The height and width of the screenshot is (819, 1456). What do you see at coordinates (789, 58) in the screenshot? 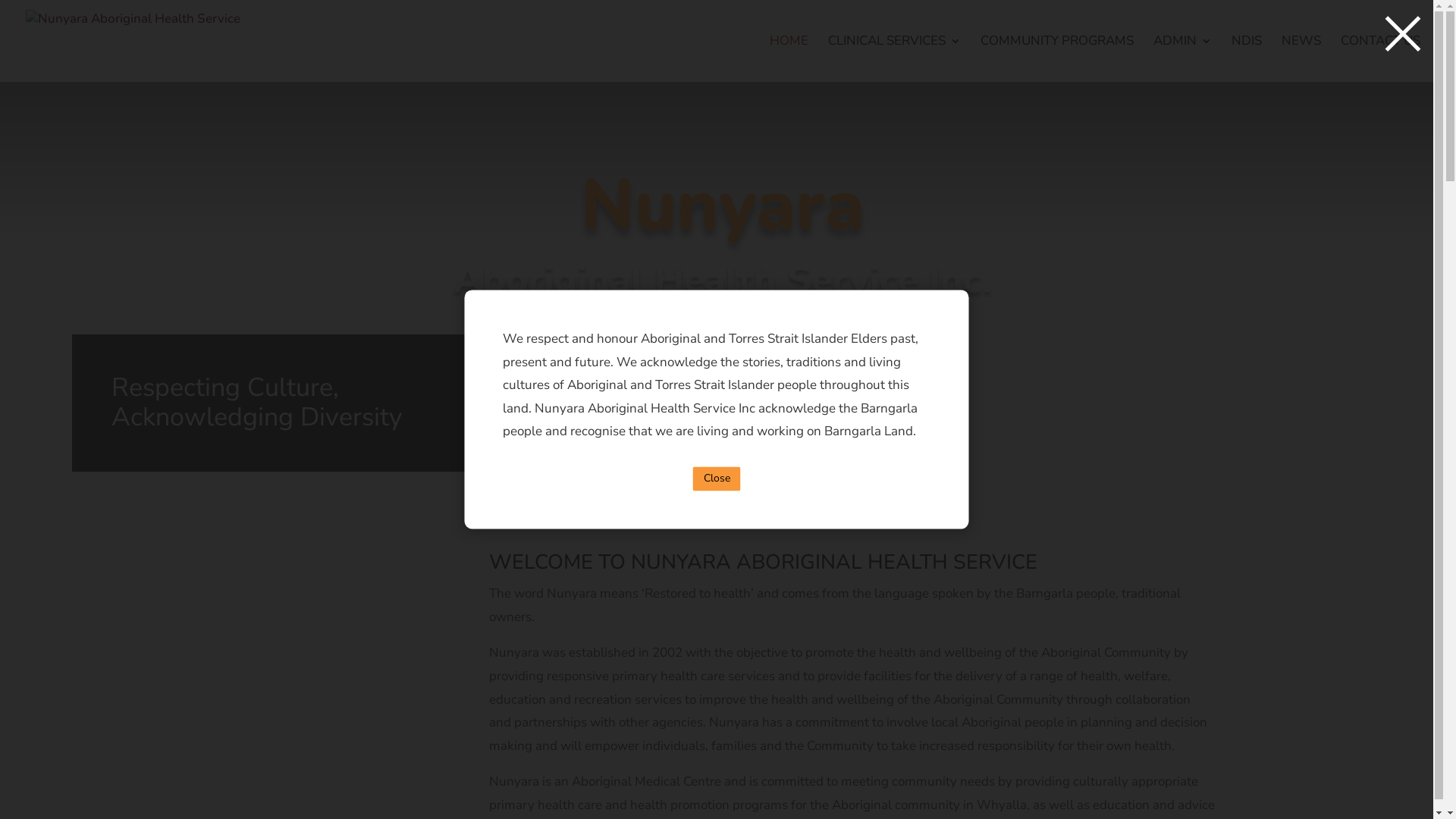
I see `'HOME'` at bounding box center [789, 58].